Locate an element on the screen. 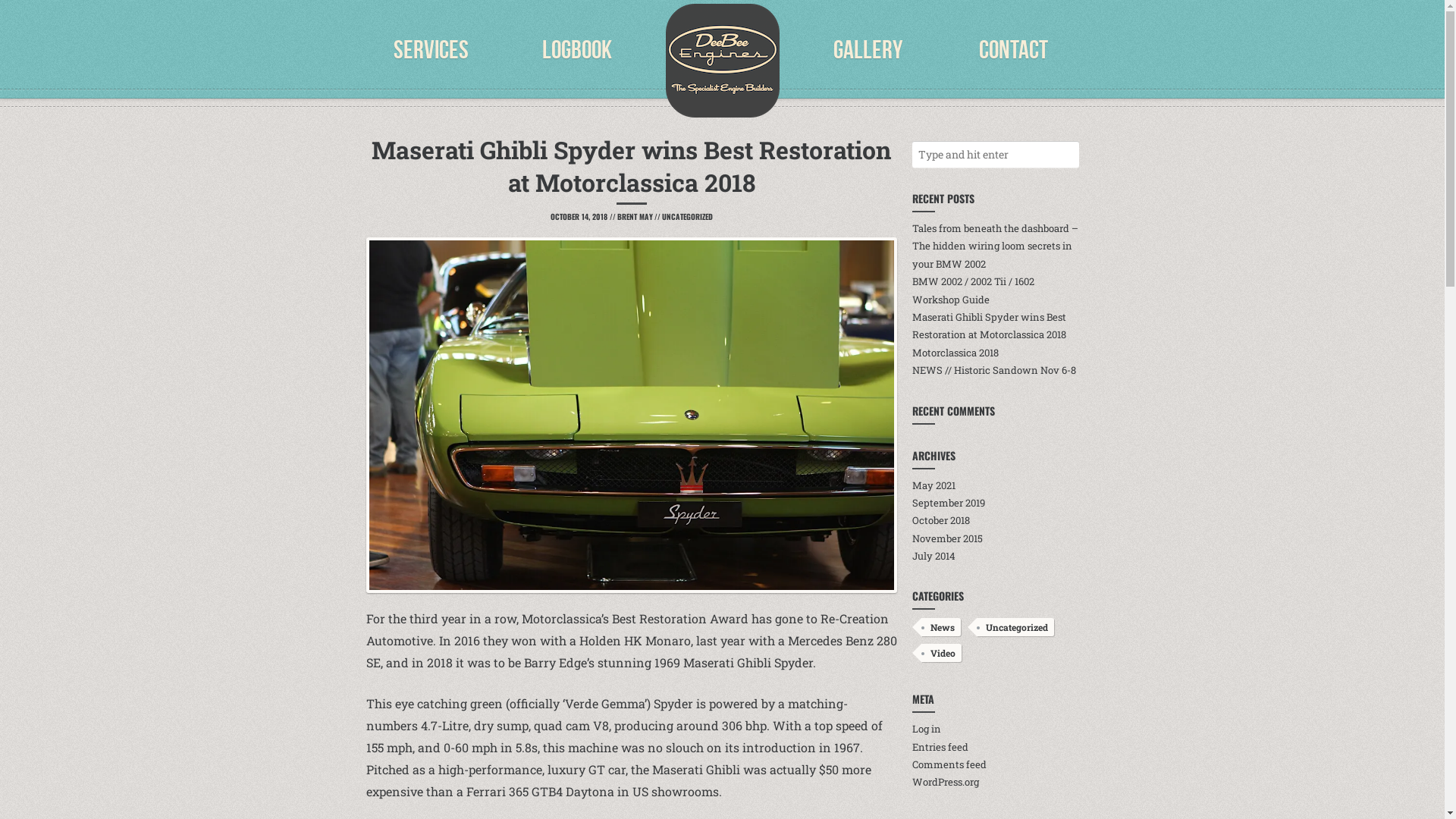 The width and height of the screenshot is (1456, 819). 'News' is located at coordinates (939, 626).